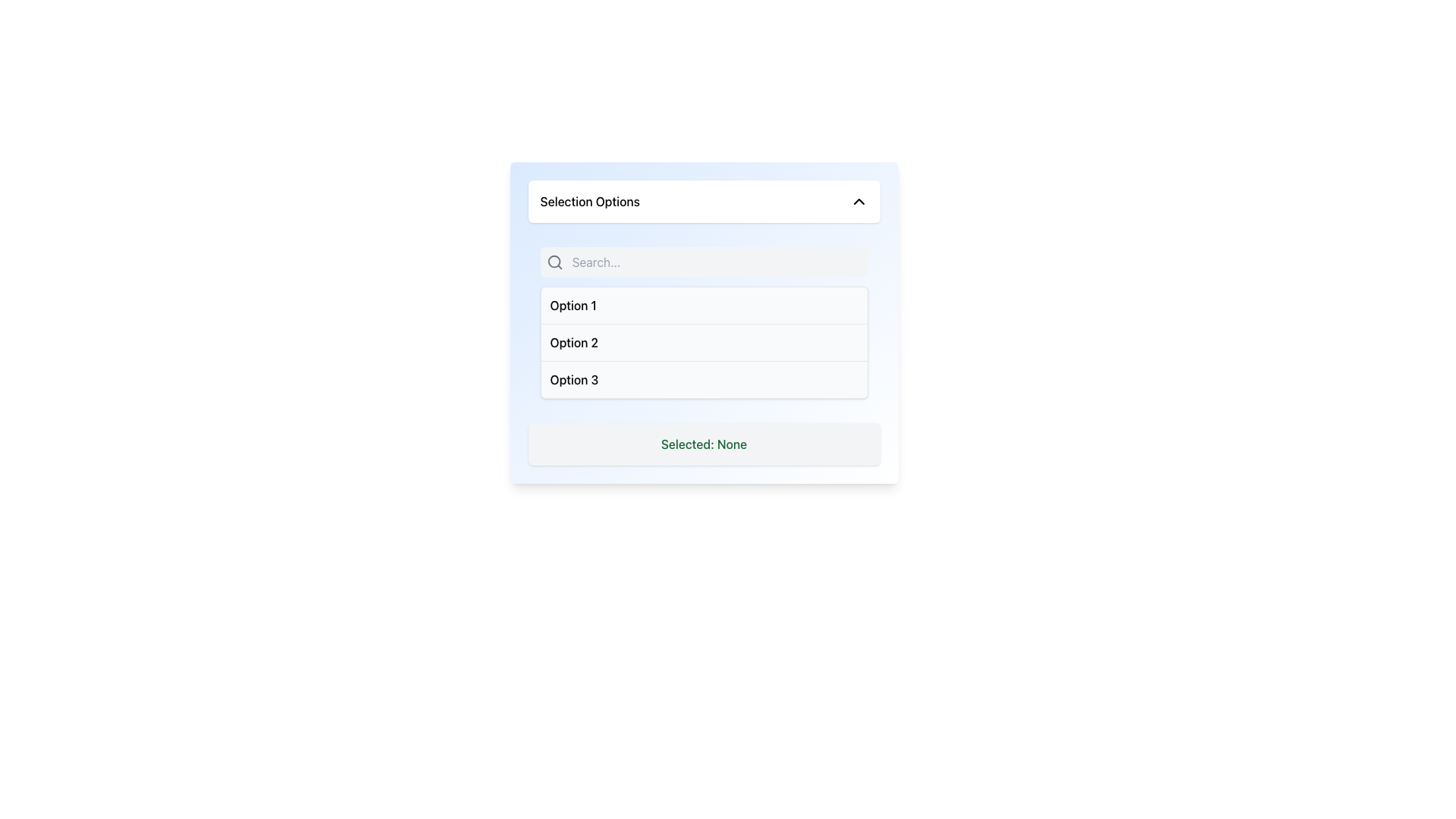 Image resolution: width=1456 pixels, height=819 pixels. What do you see at coordinates (858, 201) in the screenshot?
I see `the chevron icon indicating a dropdown menu located at the far right edge of the 'Selection Options' bar` at bounding box center [858, 201].